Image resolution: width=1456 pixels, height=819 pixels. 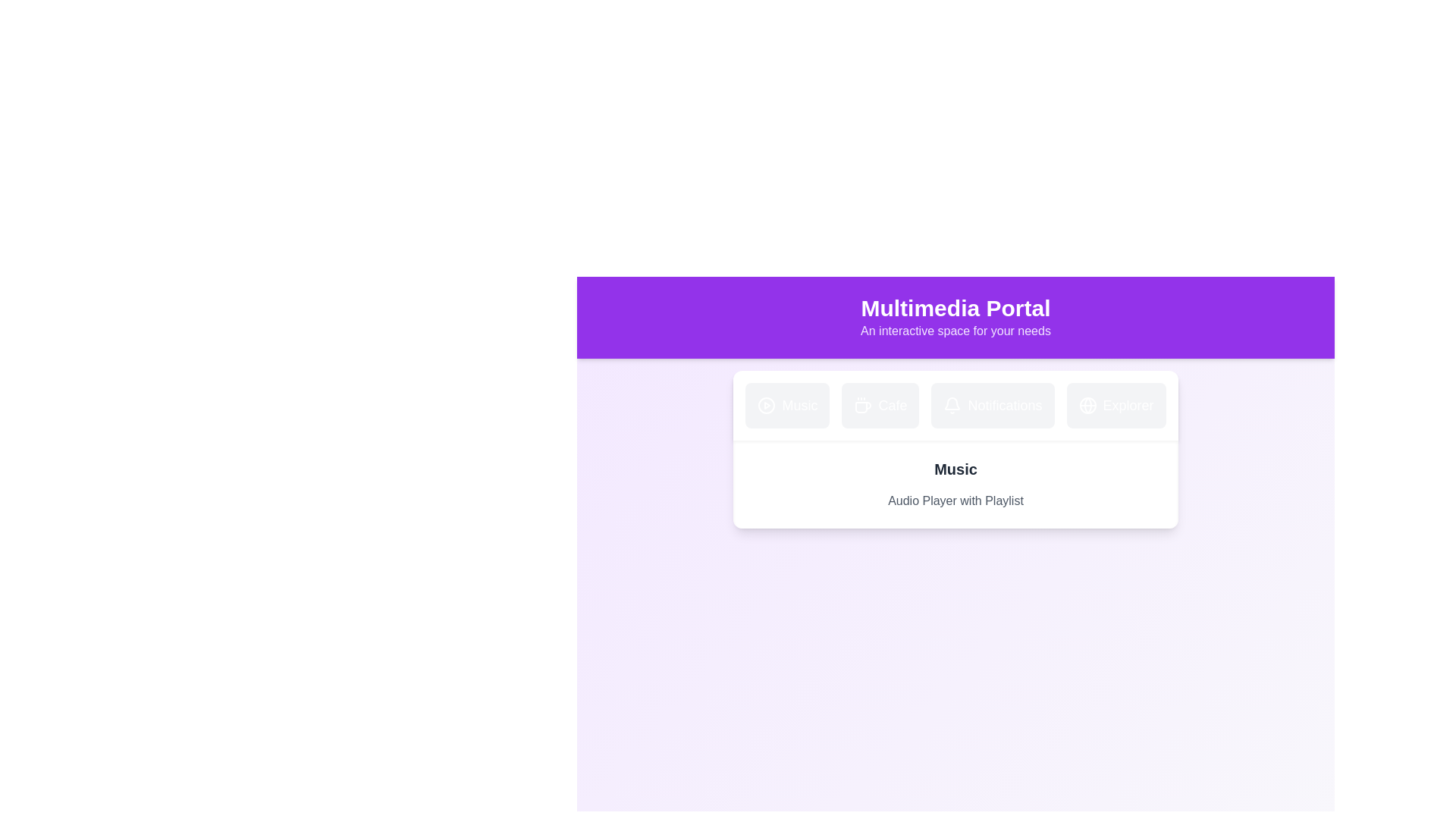 What do you see at coordinates (955, 330) in the screenshot?
I see `the text element that states 'An interactive space for your needs', styled in light purple and positioned below the 'Multimedia Portal' title within the purple header section` at bounding box center [955, 330].